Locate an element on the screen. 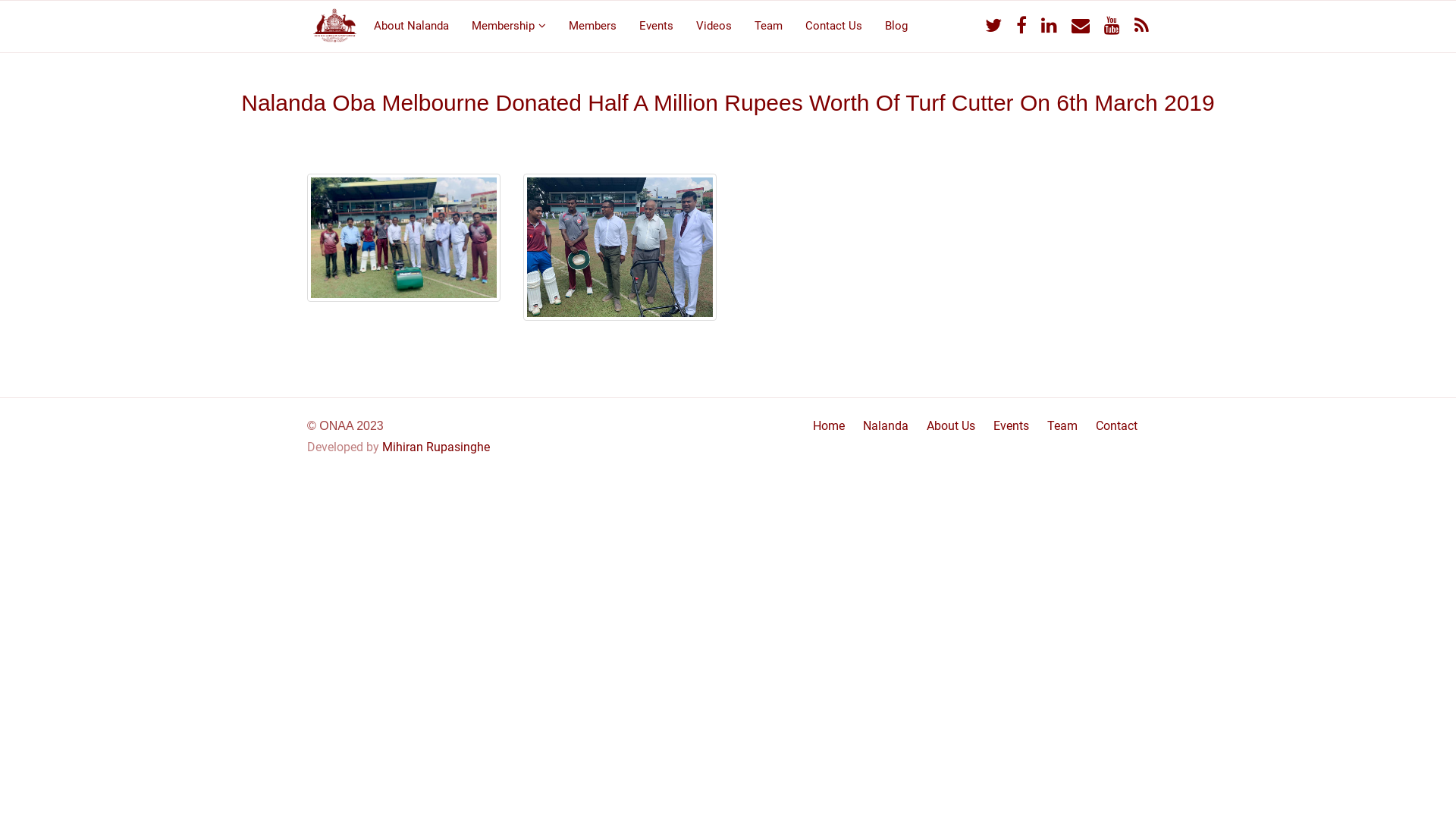 The height and width of the screenshot is (819, 1456). 'Videos' is located at coordinates (713, 24).